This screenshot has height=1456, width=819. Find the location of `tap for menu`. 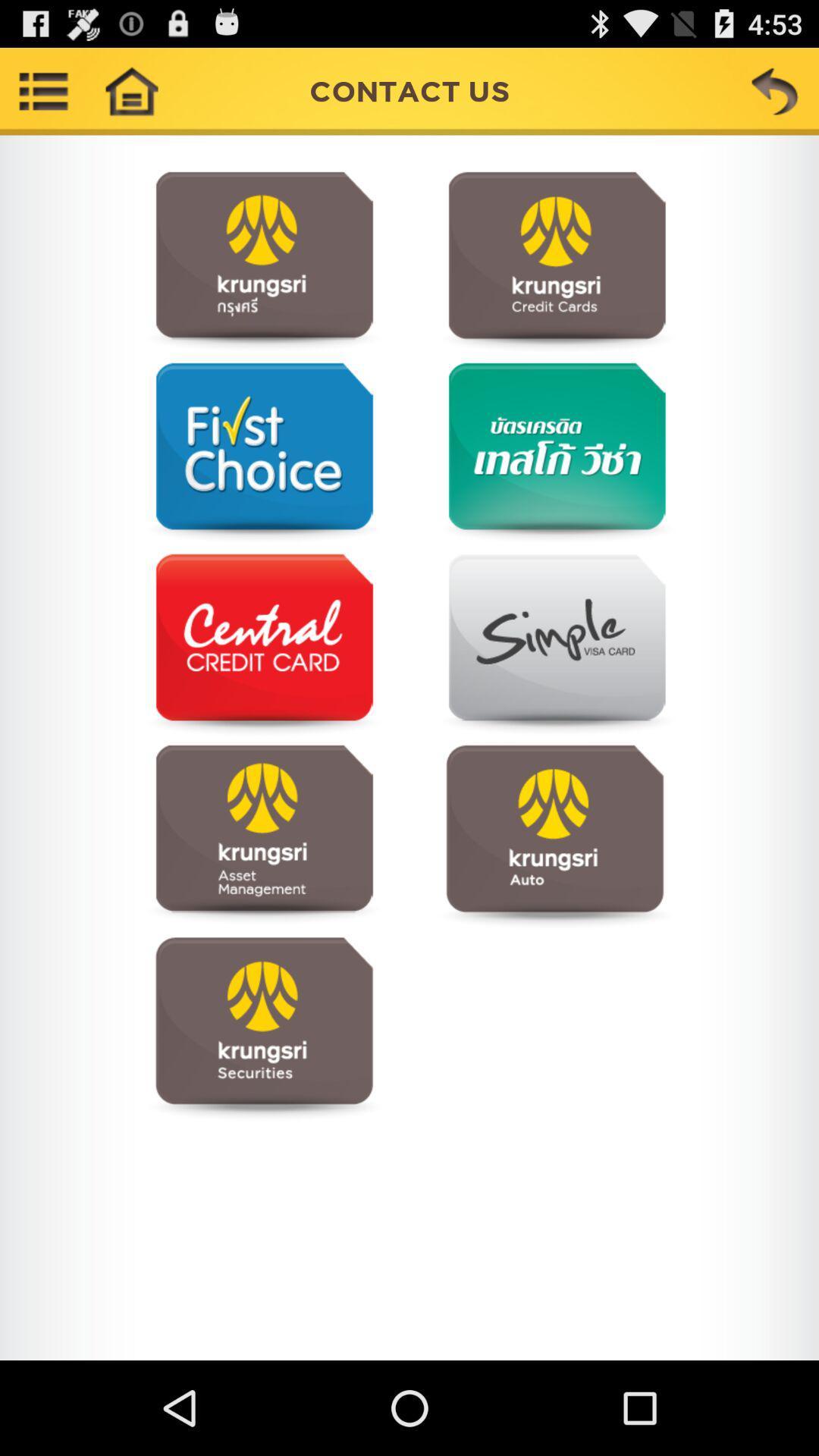

tap for menu is located at coordinates (263, 645).